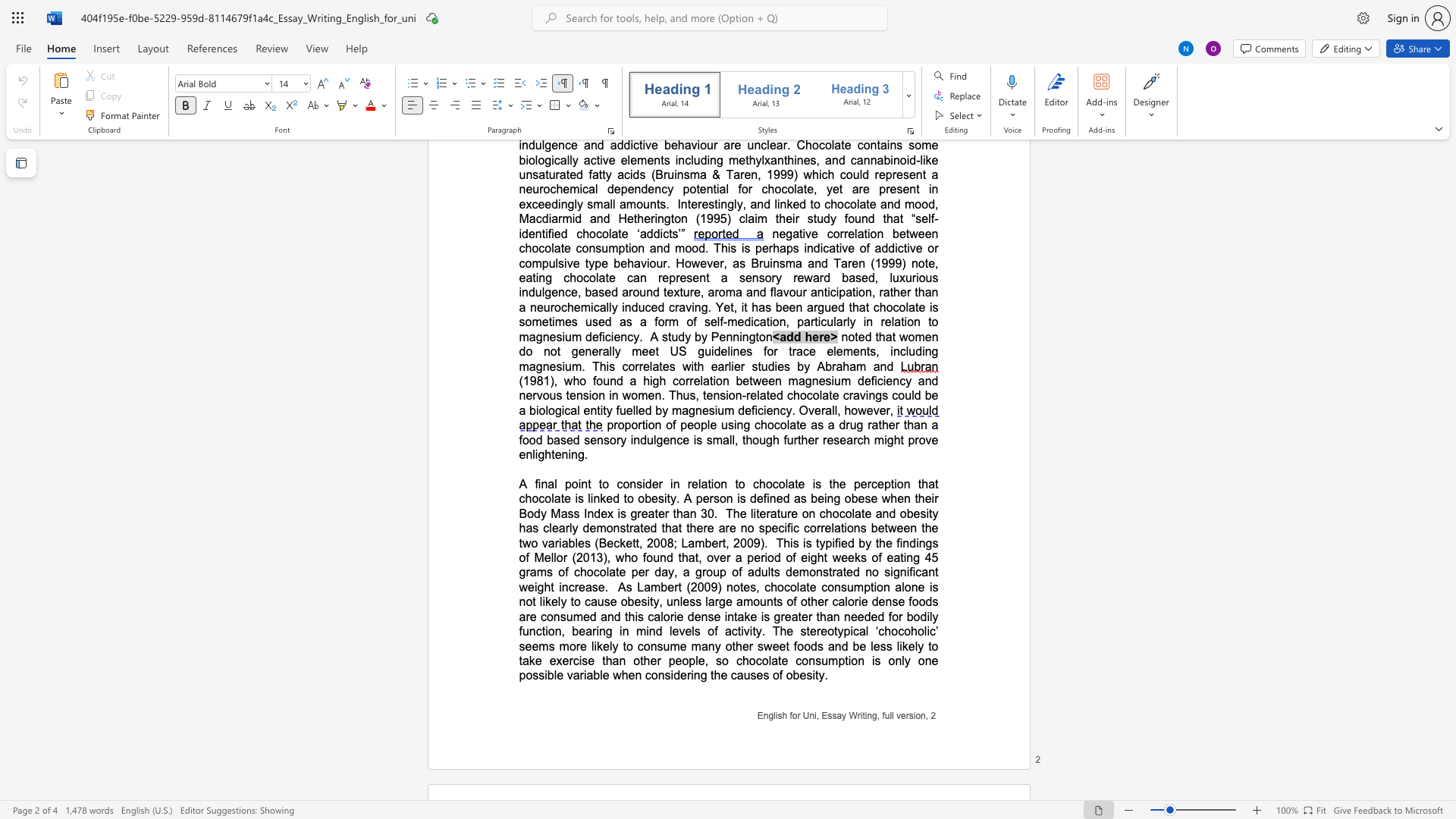 Image resolution: width=1456 pixels, height=819 pixels. What do you see at coordinates (713, 484) in the screenshot?
I see `the subset text "on to" within the text "to consider in relation to chocolate is the"` at bounding box center [713, 484].